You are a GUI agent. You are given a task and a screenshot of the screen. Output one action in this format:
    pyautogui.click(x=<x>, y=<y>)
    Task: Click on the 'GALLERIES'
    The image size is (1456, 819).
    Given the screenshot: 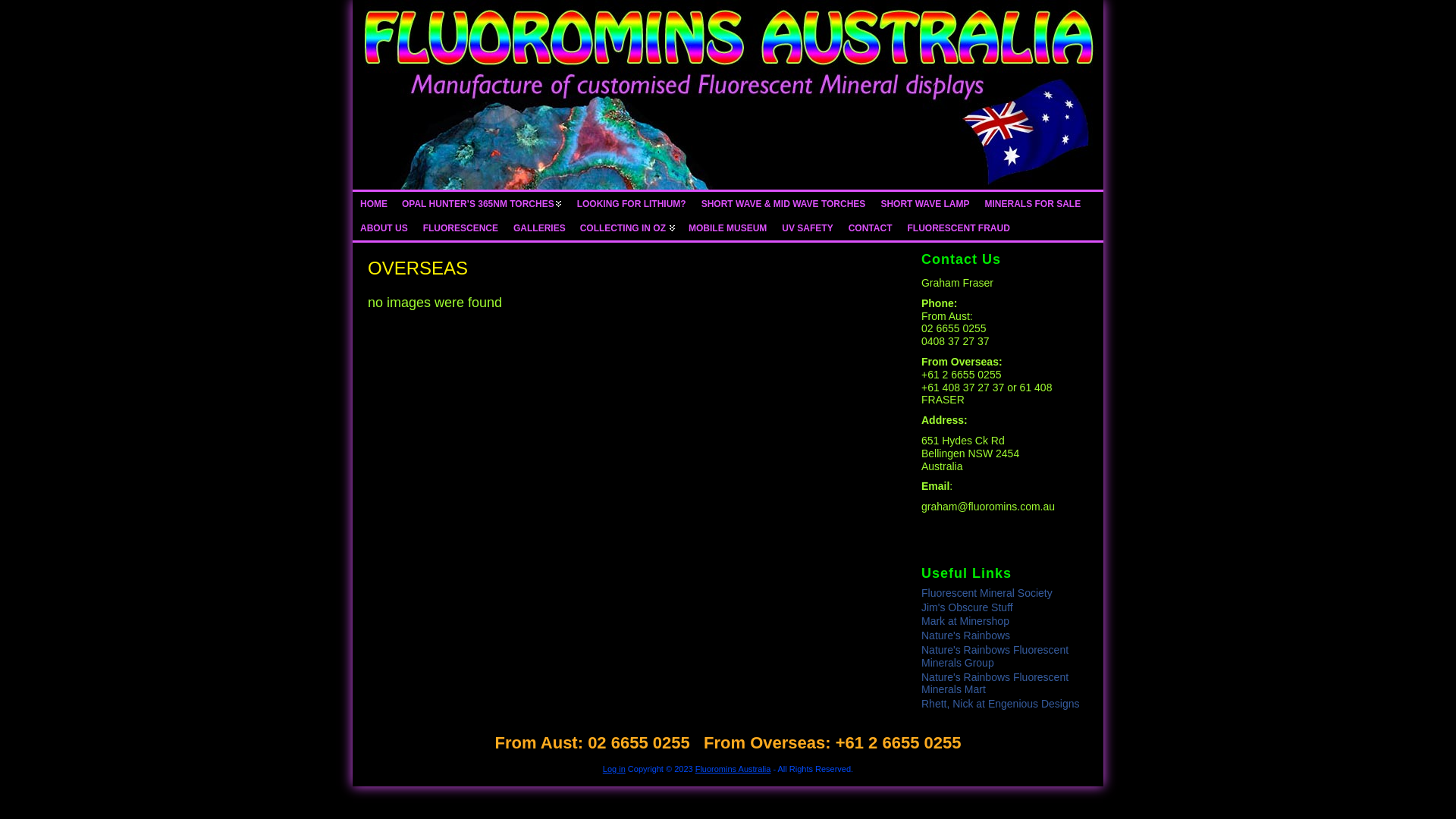 What is the action you would take?
    pyautogui.click(x=539, y=227)
    